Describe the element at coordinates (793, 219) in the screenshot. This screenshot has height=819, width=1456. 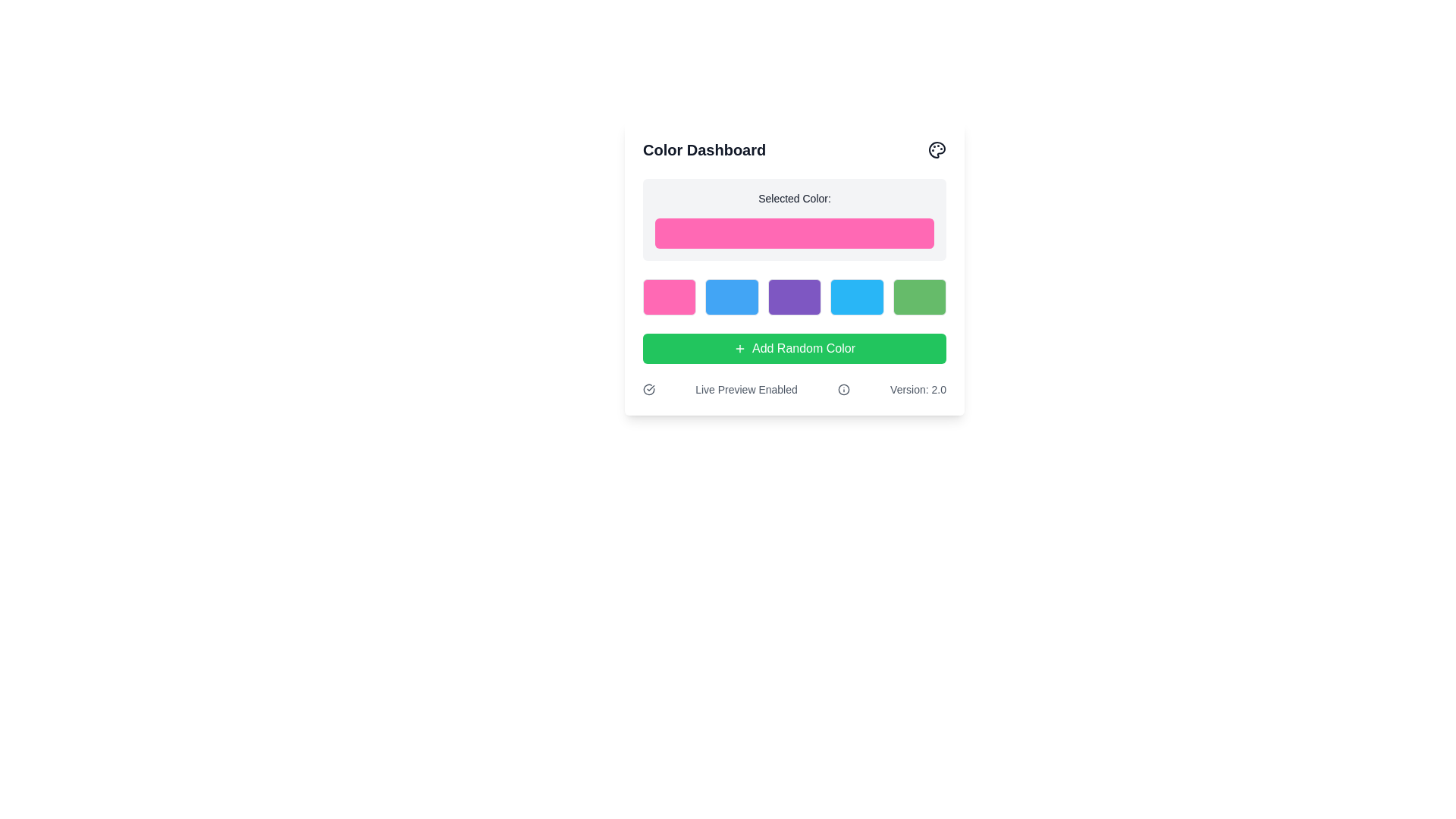
I see `the Informational Display element labeled 'Selected Color:' which shows the selected color in vivid pink within the Color Dashboard interface` at that location.